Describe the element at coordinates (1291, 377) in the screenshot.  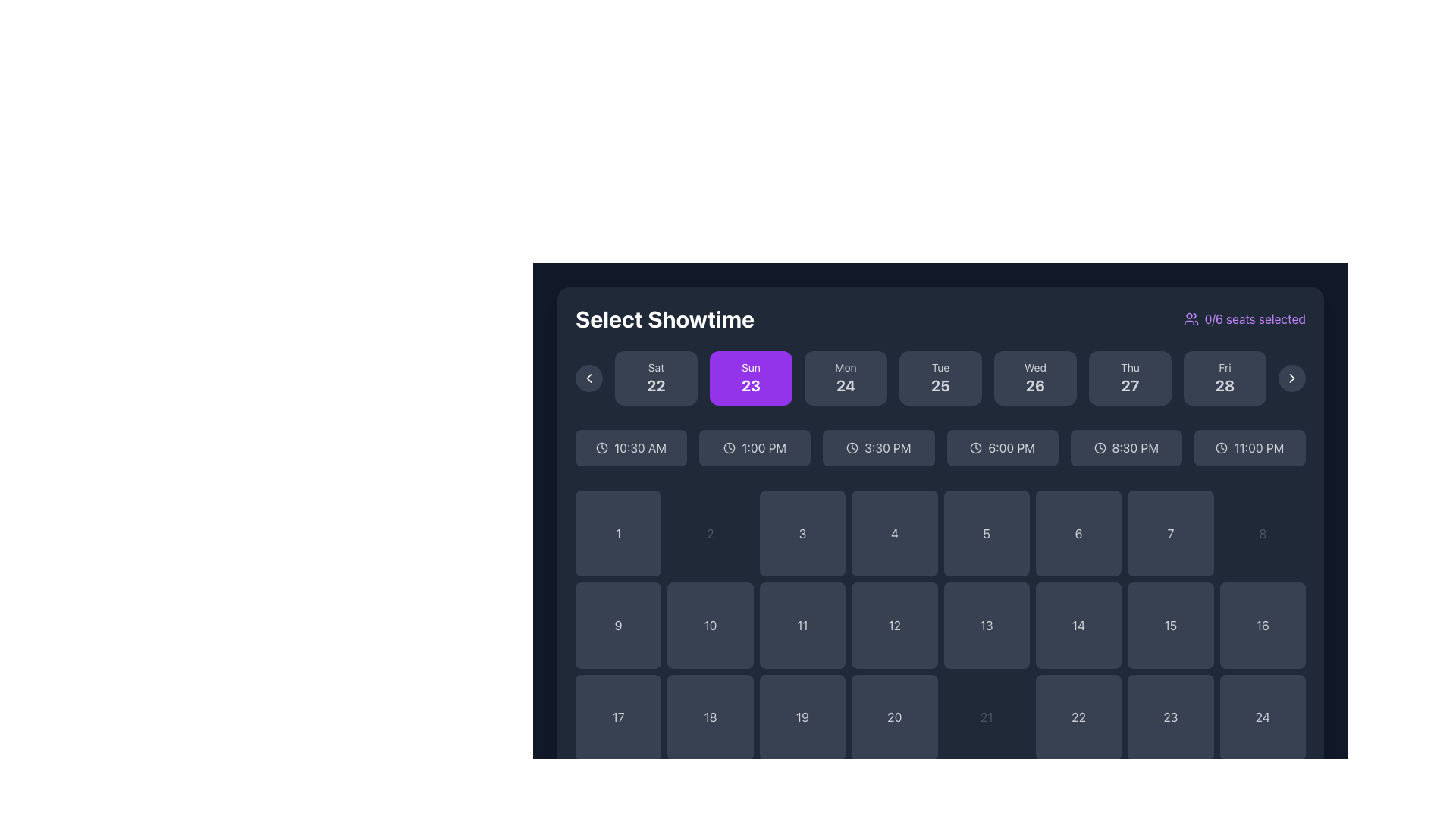
I see `the circular button with a dark gray background and a white chevron pointing to the right, located in the top-right portion of the navigation bar` at that location.